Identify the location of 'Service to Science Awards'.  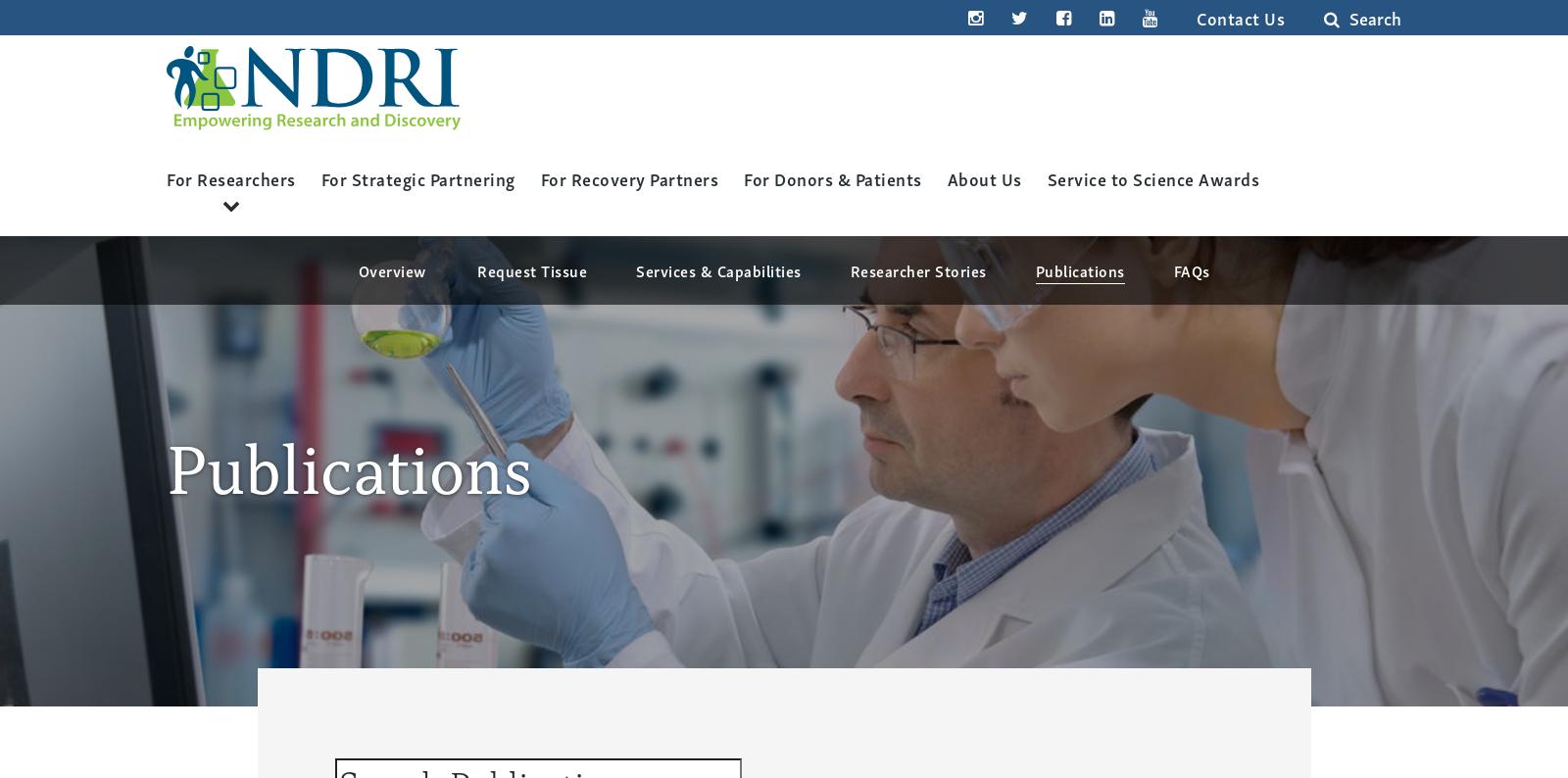
(1152, 176).